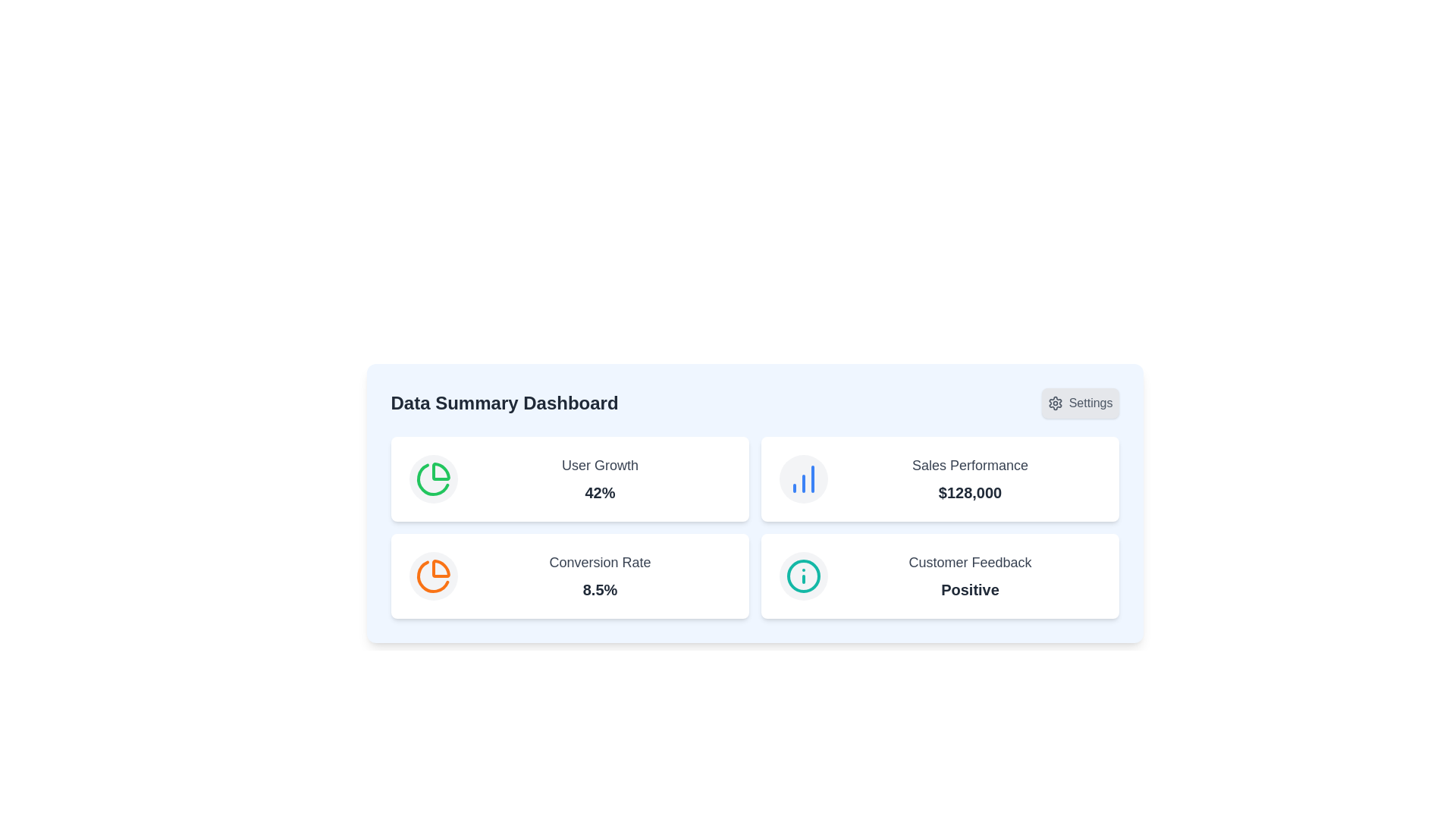  Describe the element at coordinates (802, 479) in the screenshot. I see `the decorative icon representing sales performance data, located in the top-right section of the 'Sales Performance' card, aligned left to the text '$128,000'` at that location.